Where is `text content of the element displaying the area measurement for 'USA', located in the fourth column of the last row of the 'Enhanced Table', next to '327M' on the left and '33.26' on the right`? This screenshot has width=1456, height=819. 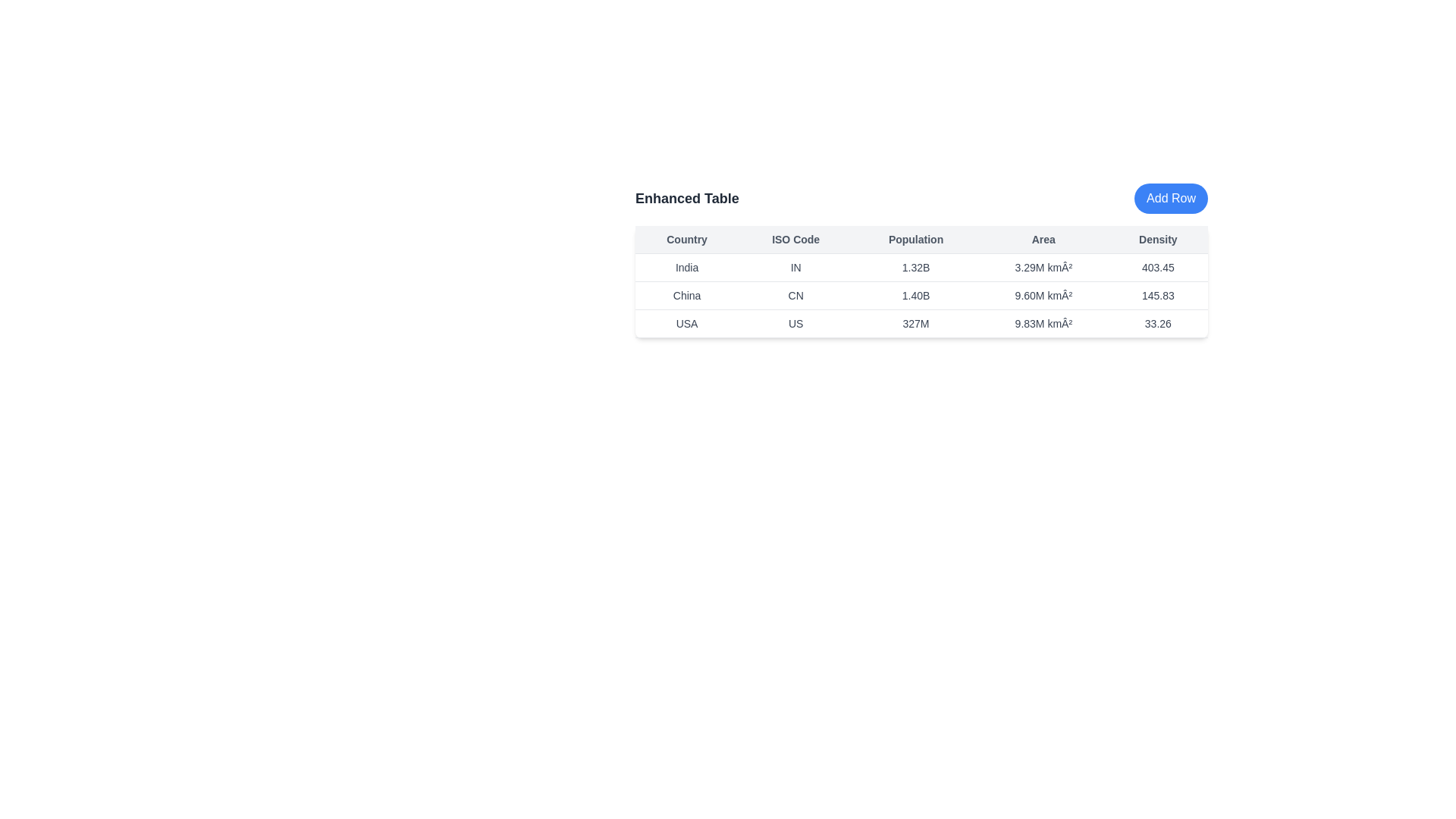 text content of the element displaying the area measurement for 'USA', located in the fourth column of the last row of the 'Enhanced Table', next to '327M' on the left and '33.26' on the right is located at coordinates (1043, 323).